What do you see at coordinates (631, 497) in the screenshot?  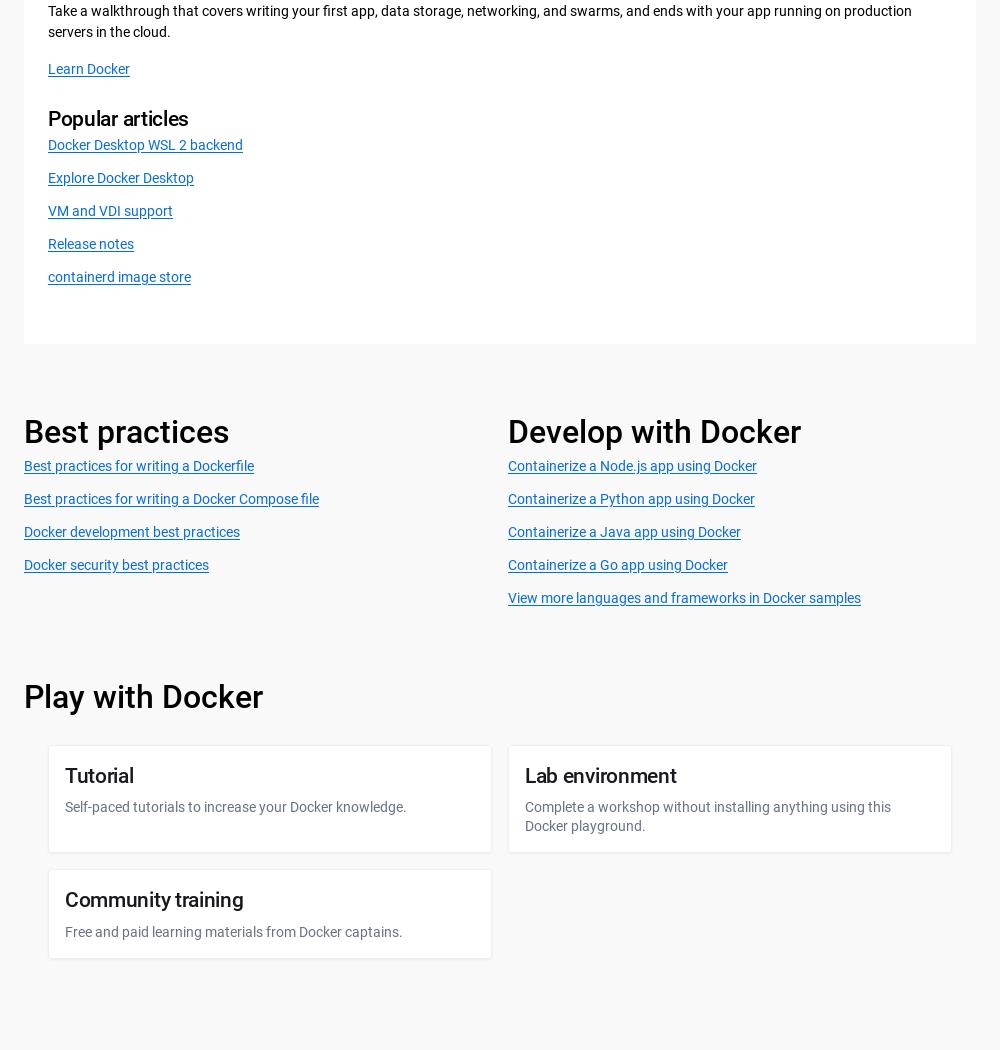 I see `'Containerize a Python app using Docker'` at bounding box center [631, 497].